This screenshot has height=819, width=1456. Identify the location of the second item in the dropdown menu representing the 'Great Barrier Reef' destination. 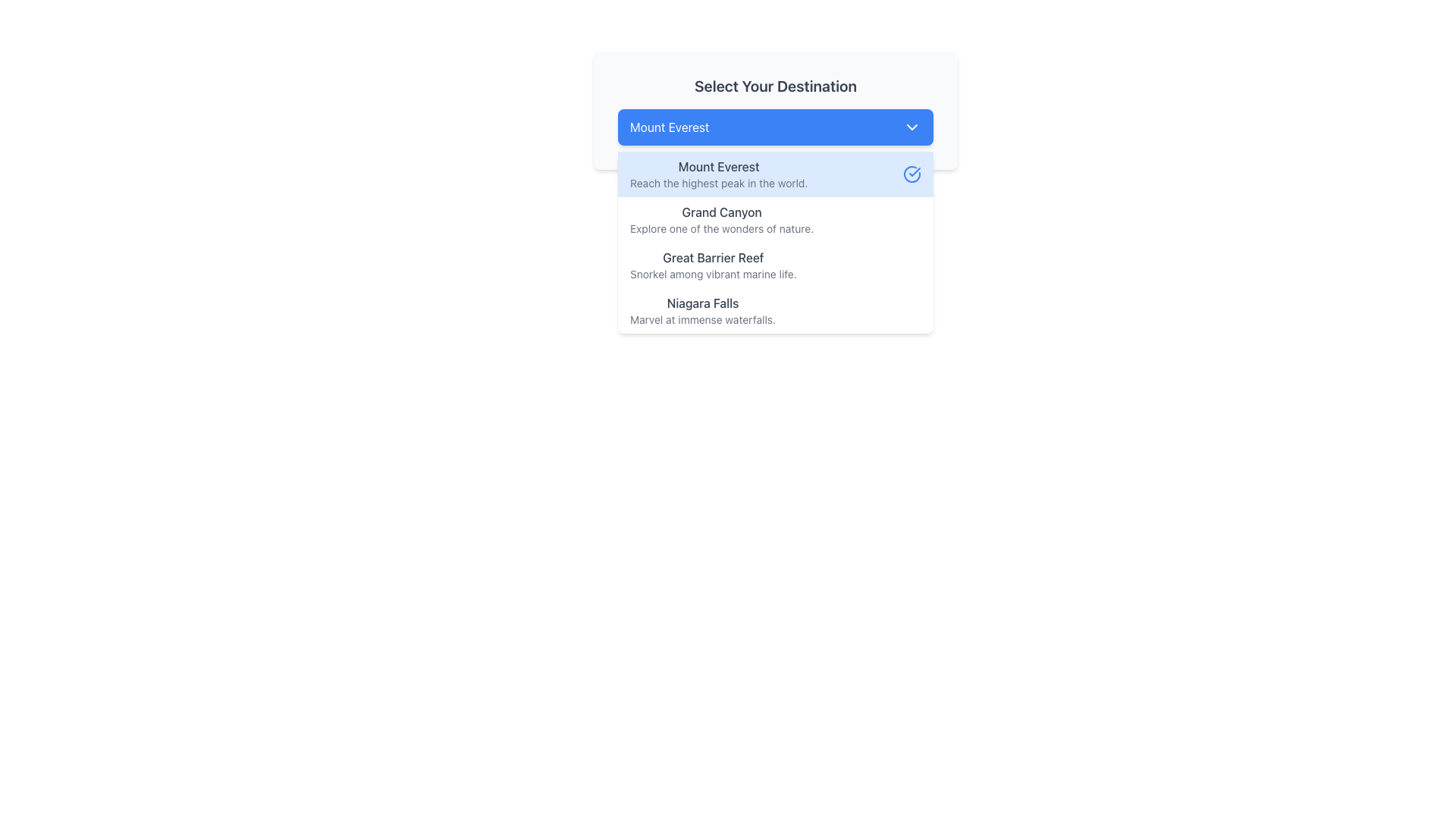
(712, 265).